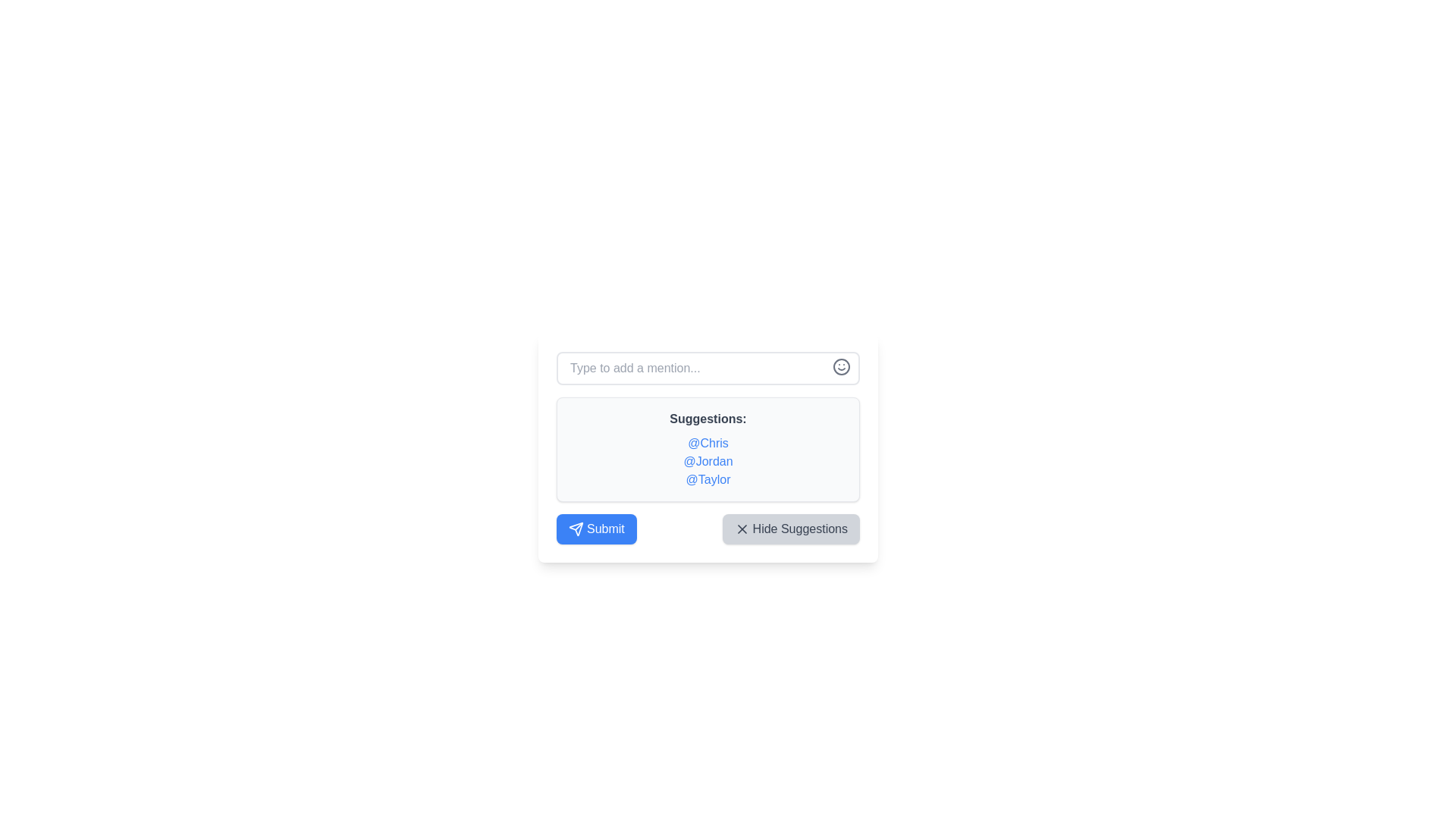 The width and height of the screenshot is (1456, 819). Describe the element at coordinates (840, 366) in the screenshot. I see `the SVG circle graphic located in the upper-right corner of the suggestion interface box, which serves a decorative or symbolic function as part of an icon` at that location.